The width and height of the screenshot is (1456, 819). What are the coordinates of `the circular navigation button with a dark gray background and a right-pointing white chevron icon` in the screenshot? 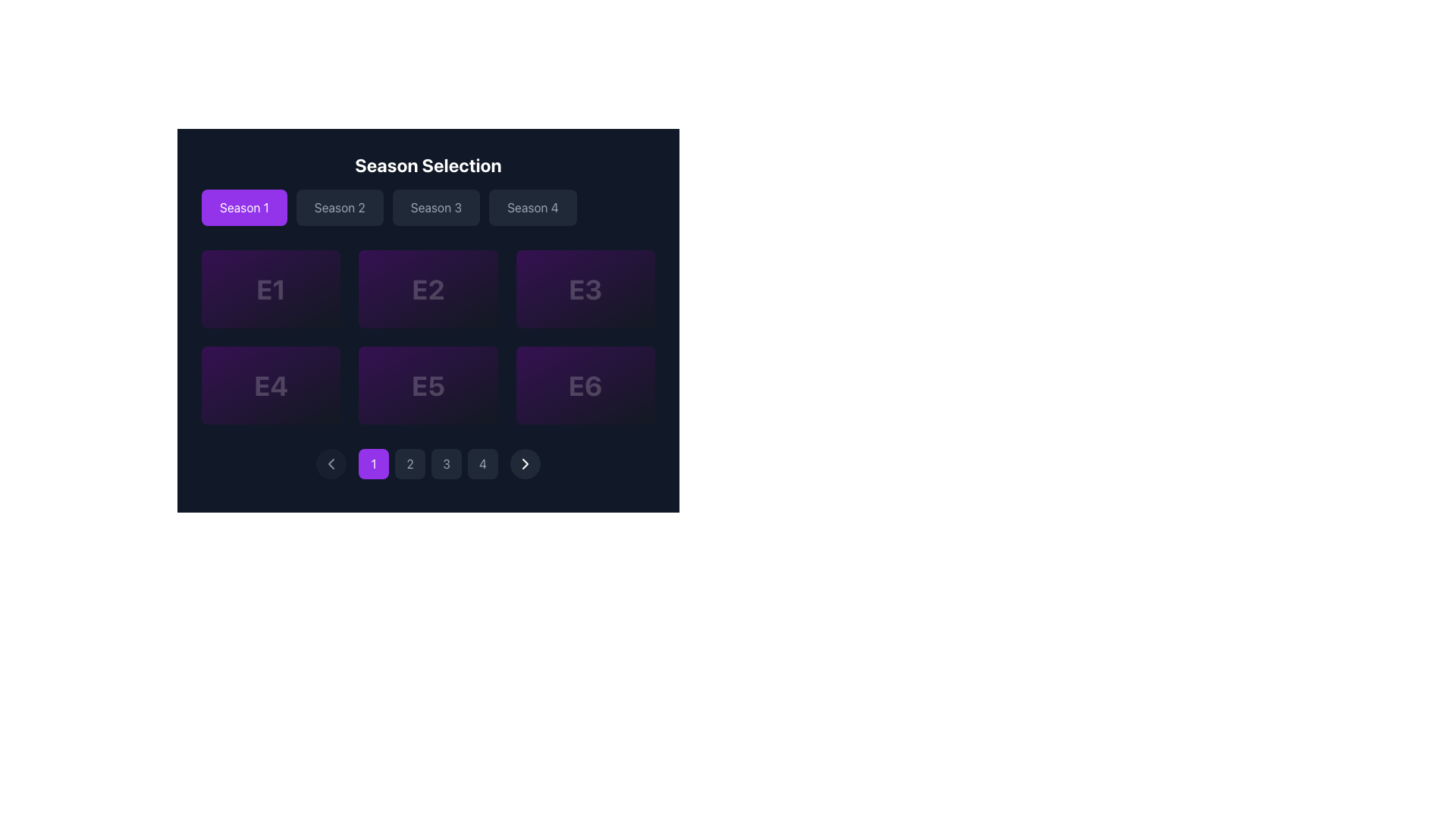 It's located at (525, 463).